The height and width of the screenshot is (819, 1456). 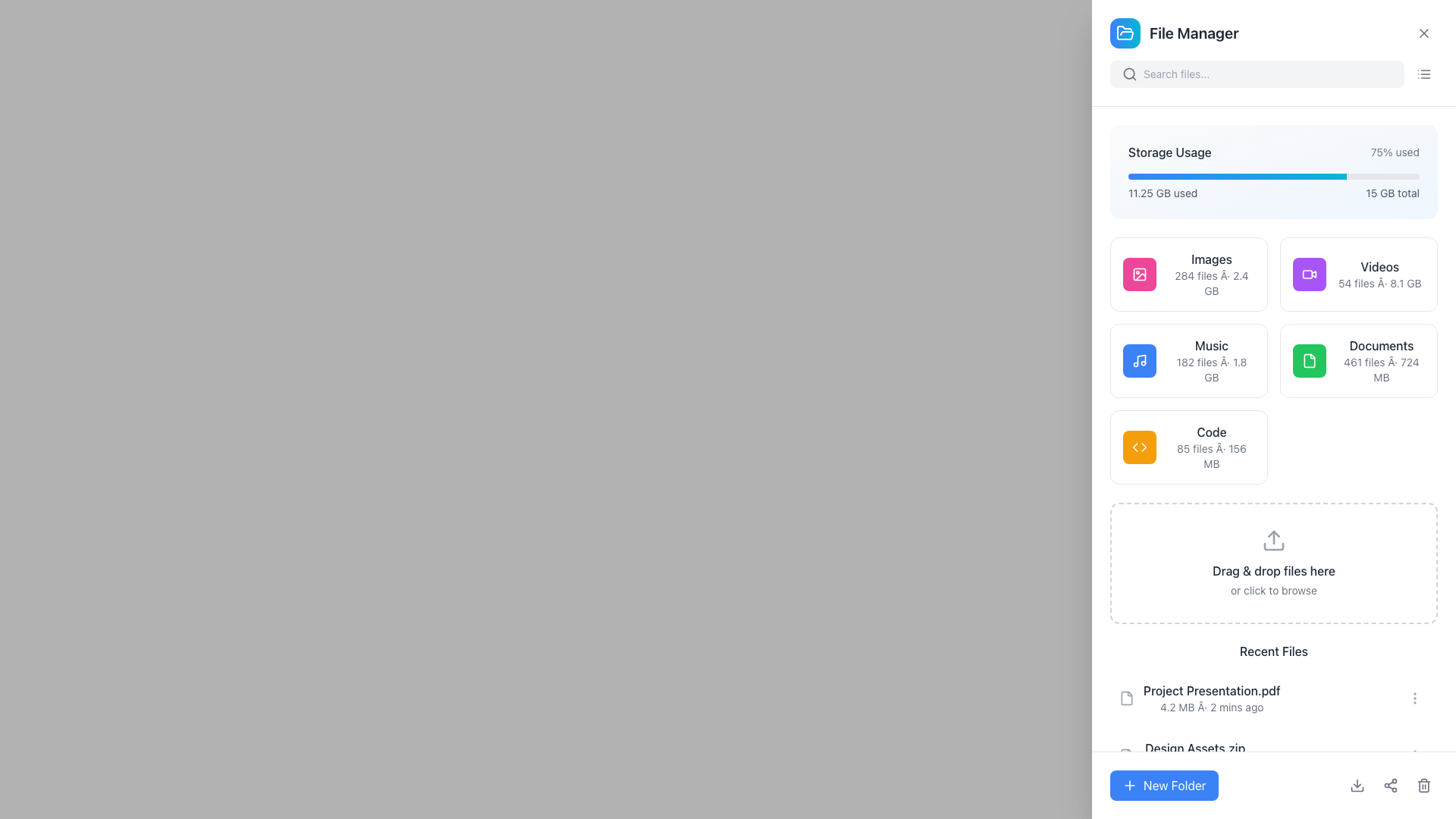 I want to click on the rectangular document icon outlined in a grayish style, located near the bottom right corner of the interface, close to the 'New Folder' button, so click(x=1127, y=755).